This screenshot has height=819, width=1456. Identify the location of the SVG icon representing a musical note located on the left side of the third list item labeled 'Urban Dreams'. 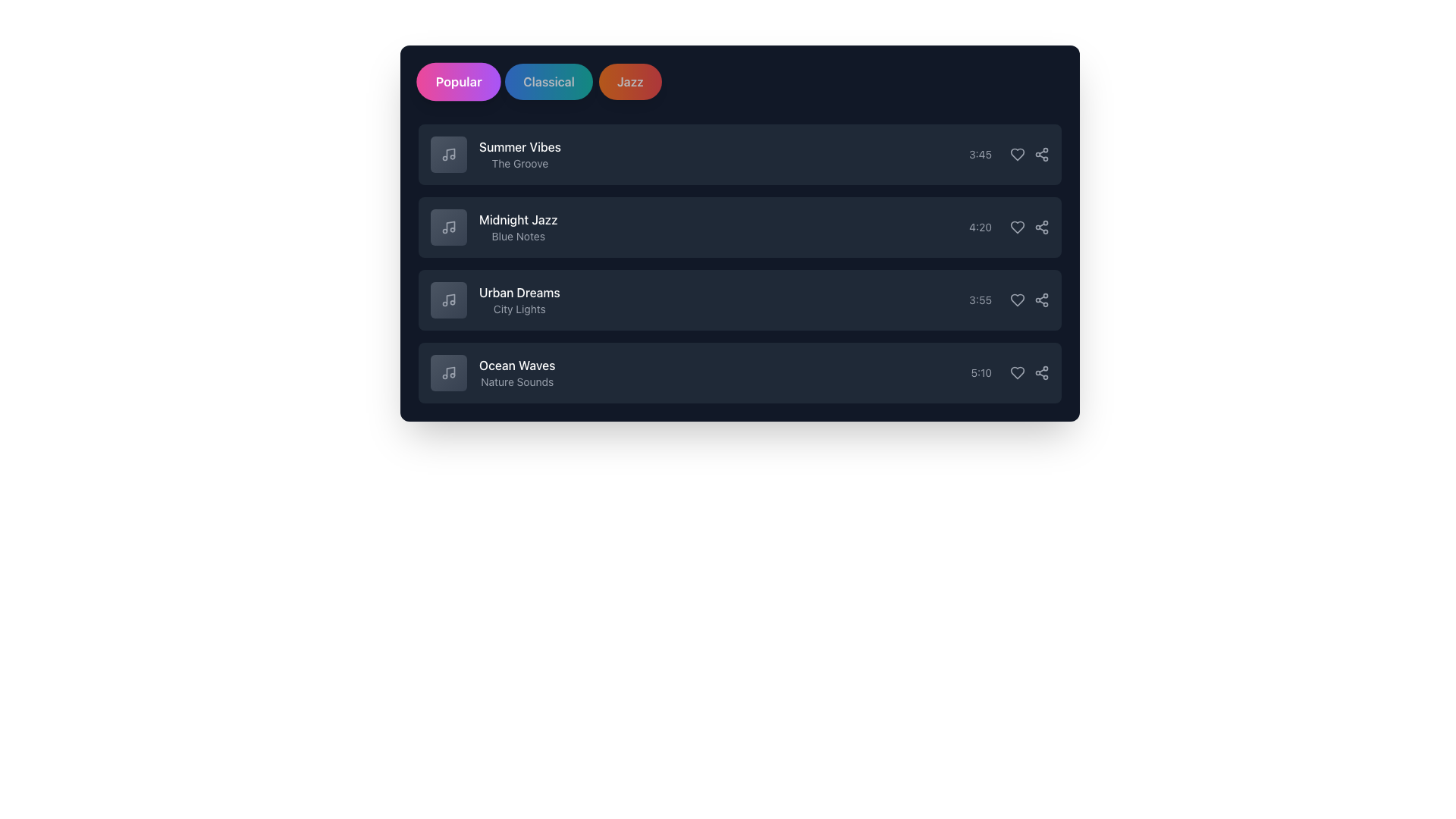
(447, 300).